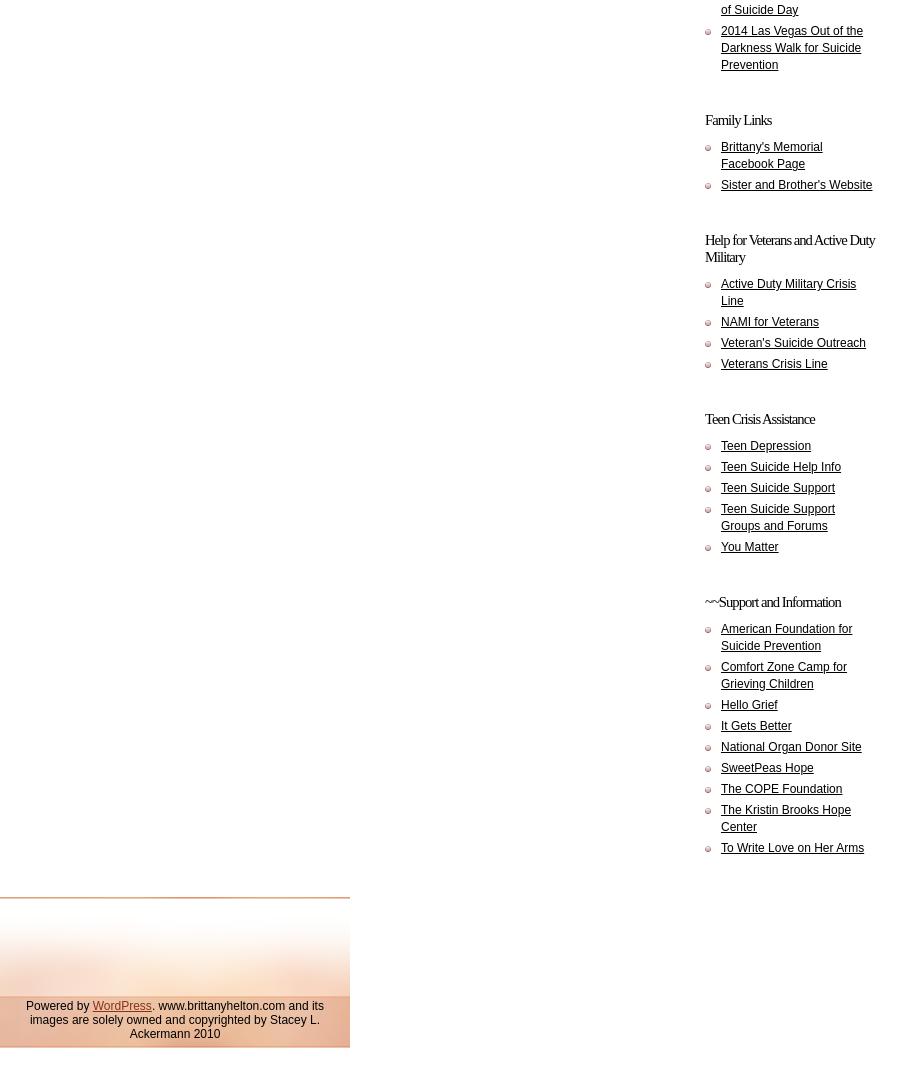  What do you see at coordinates (758, 419) in the screenshot?
I see `'Teen Crisis Assistance'` at bounding box center [758, 419].